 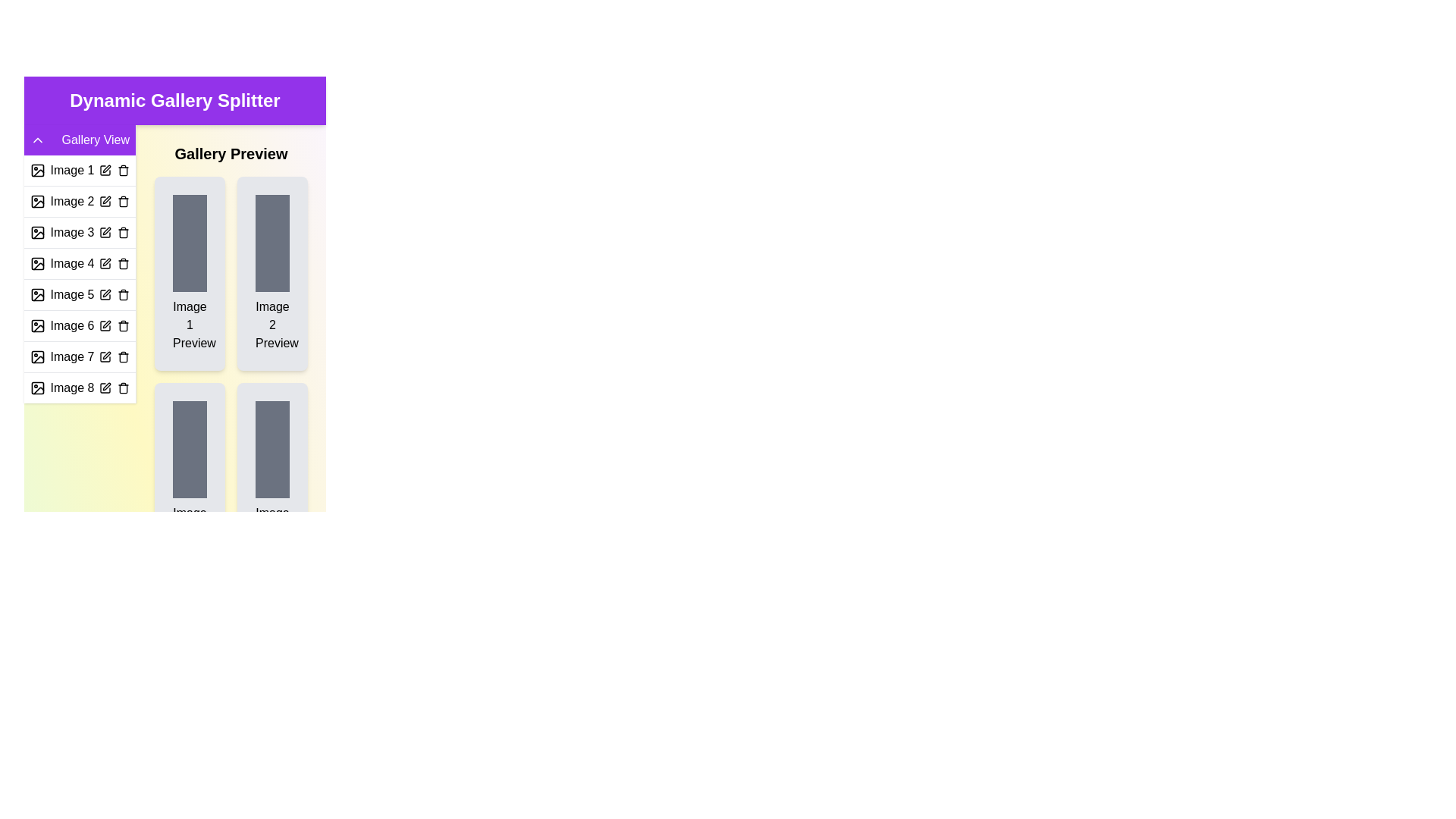 What do you see at coordinates (113, 325) in the screenshot?
I see `the left icon in the horizontal group of icon buttons located to the right of the 'Image 6' label to initiate editing` at bounding box center [113, 325].